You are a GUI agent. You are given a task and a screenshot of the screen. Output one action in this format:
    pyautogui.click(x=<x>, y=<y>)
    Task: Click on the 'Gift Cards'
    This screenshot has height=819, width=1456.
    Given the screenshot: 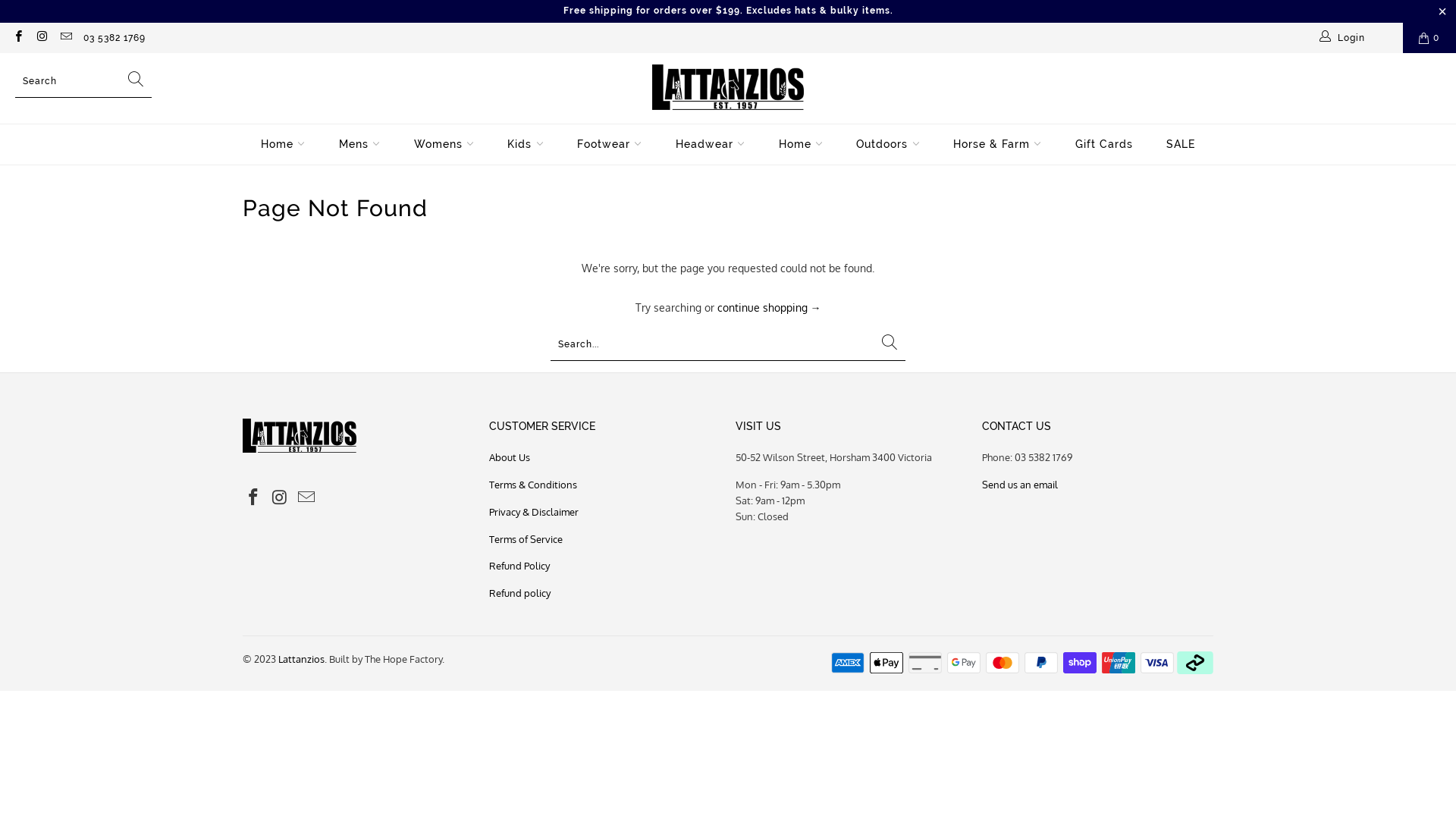 What is the action you would take?
    pyautogui.click(x=1103, y=144)
    